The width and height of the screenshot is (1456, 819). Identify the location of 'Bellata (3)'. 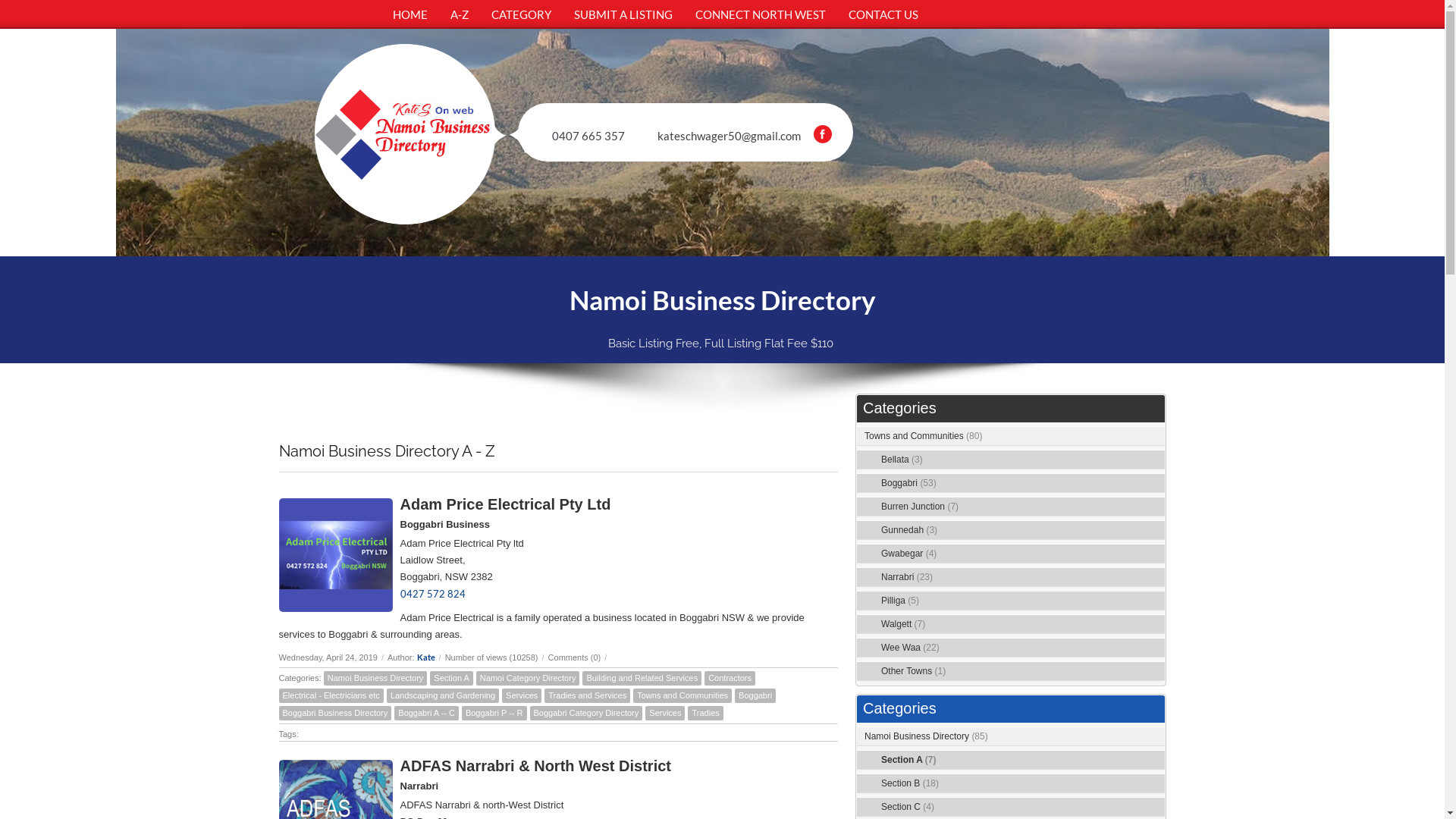
(902, 458).